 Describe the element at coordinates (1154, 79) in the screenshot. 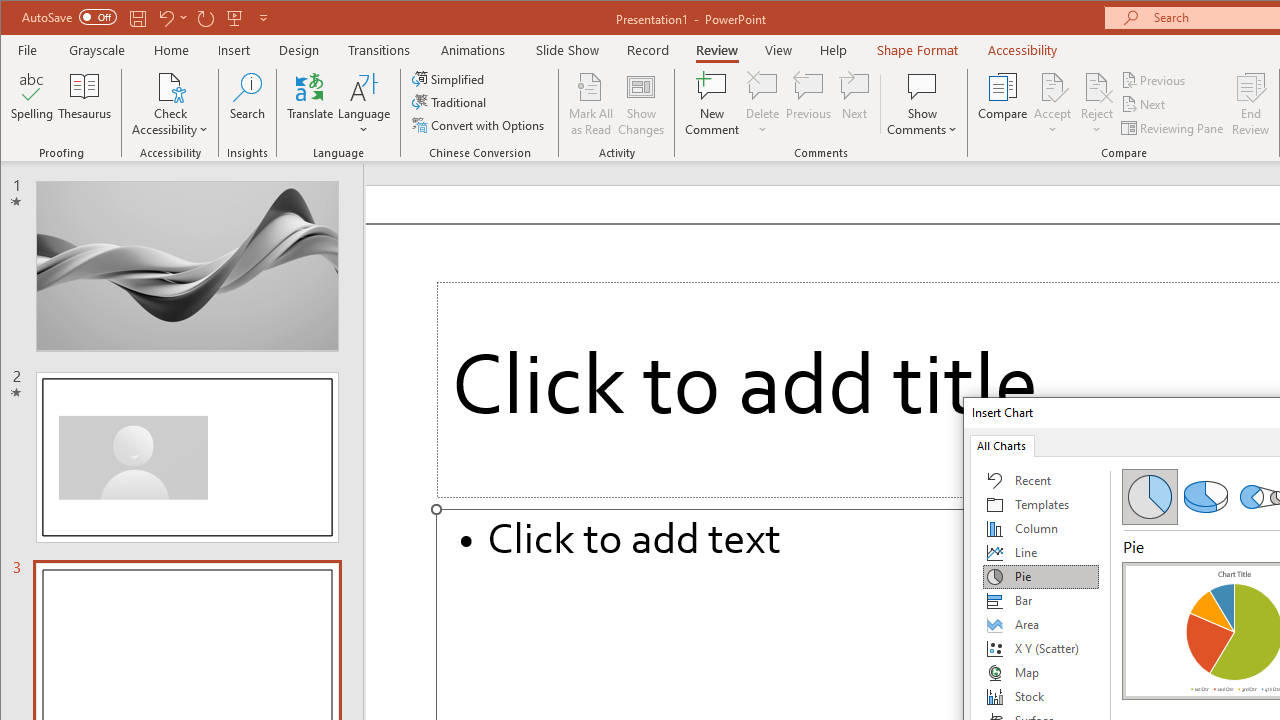

I see `'Previous'` at that location.